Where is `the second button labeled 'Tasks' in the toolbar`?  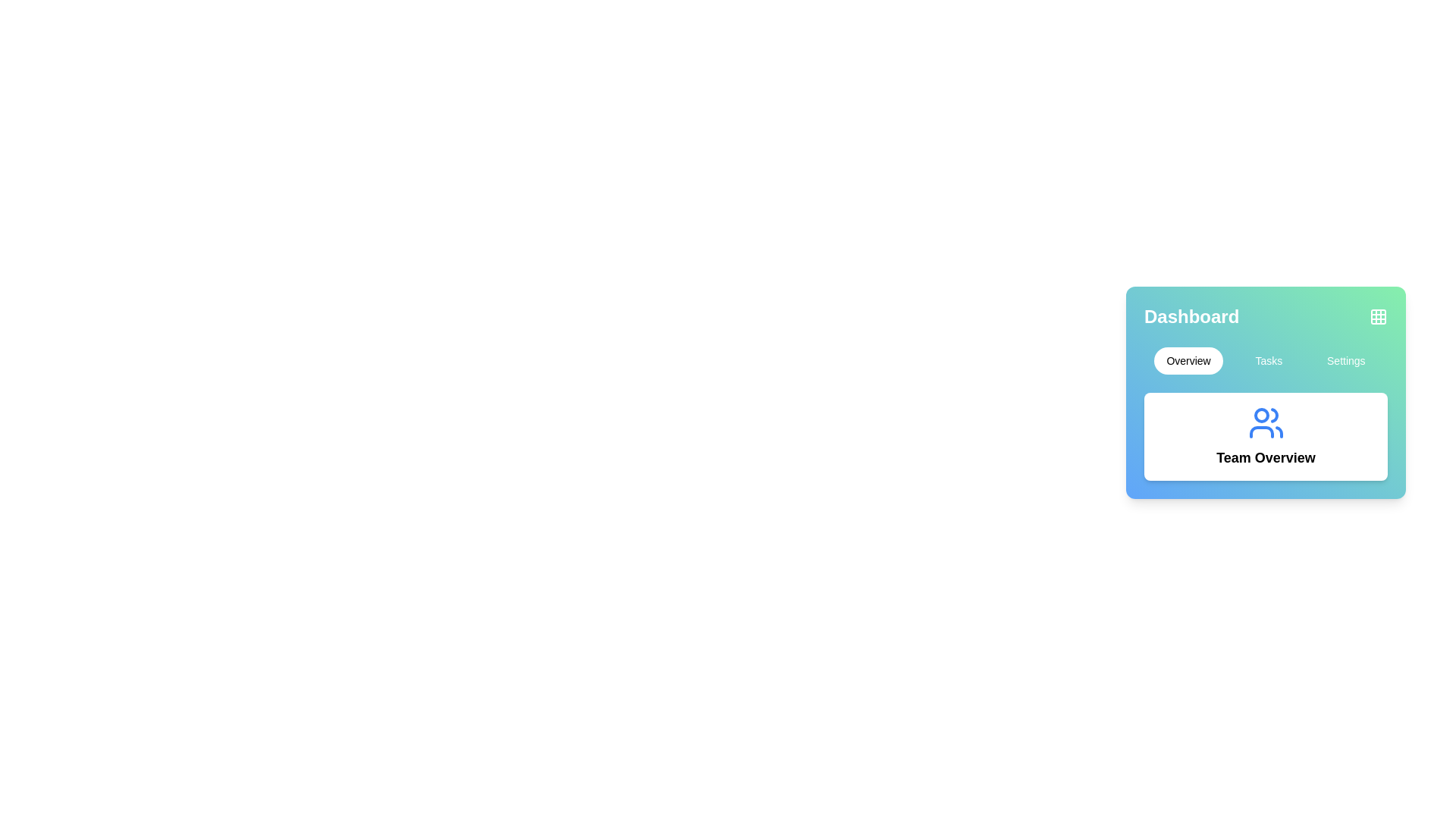
the second button labeled 'Tasks' in the toolbar is located at coordinates (1269, 360).